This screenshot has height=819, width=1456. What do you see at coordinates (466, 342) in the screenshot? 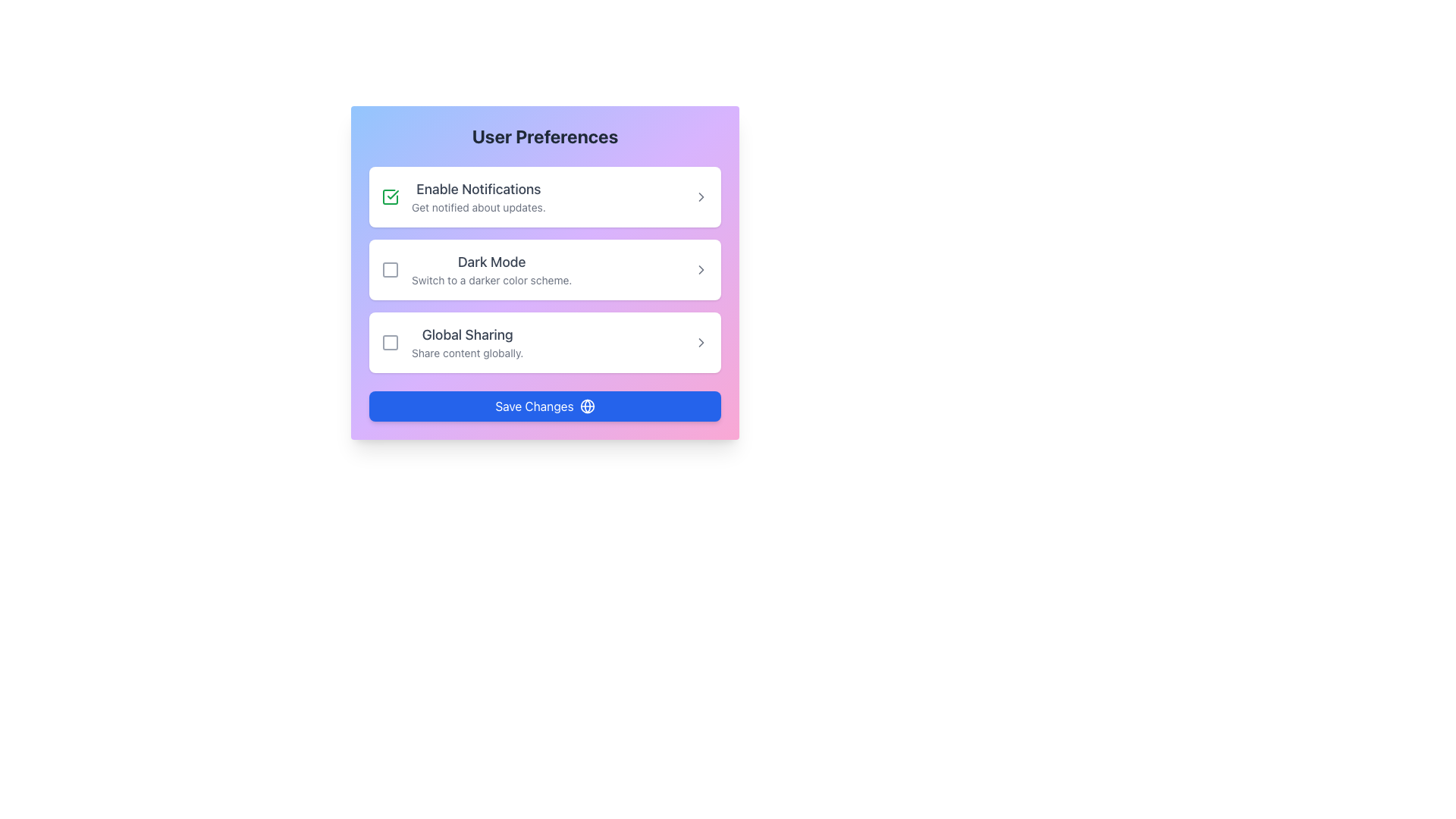
I see `the informational text group displaying 'Global Sharing' and 'Share content globally', which is located beneath the 'Dark Mode' section and above the 'Save Changes' button` at bounding box center [466, 342].